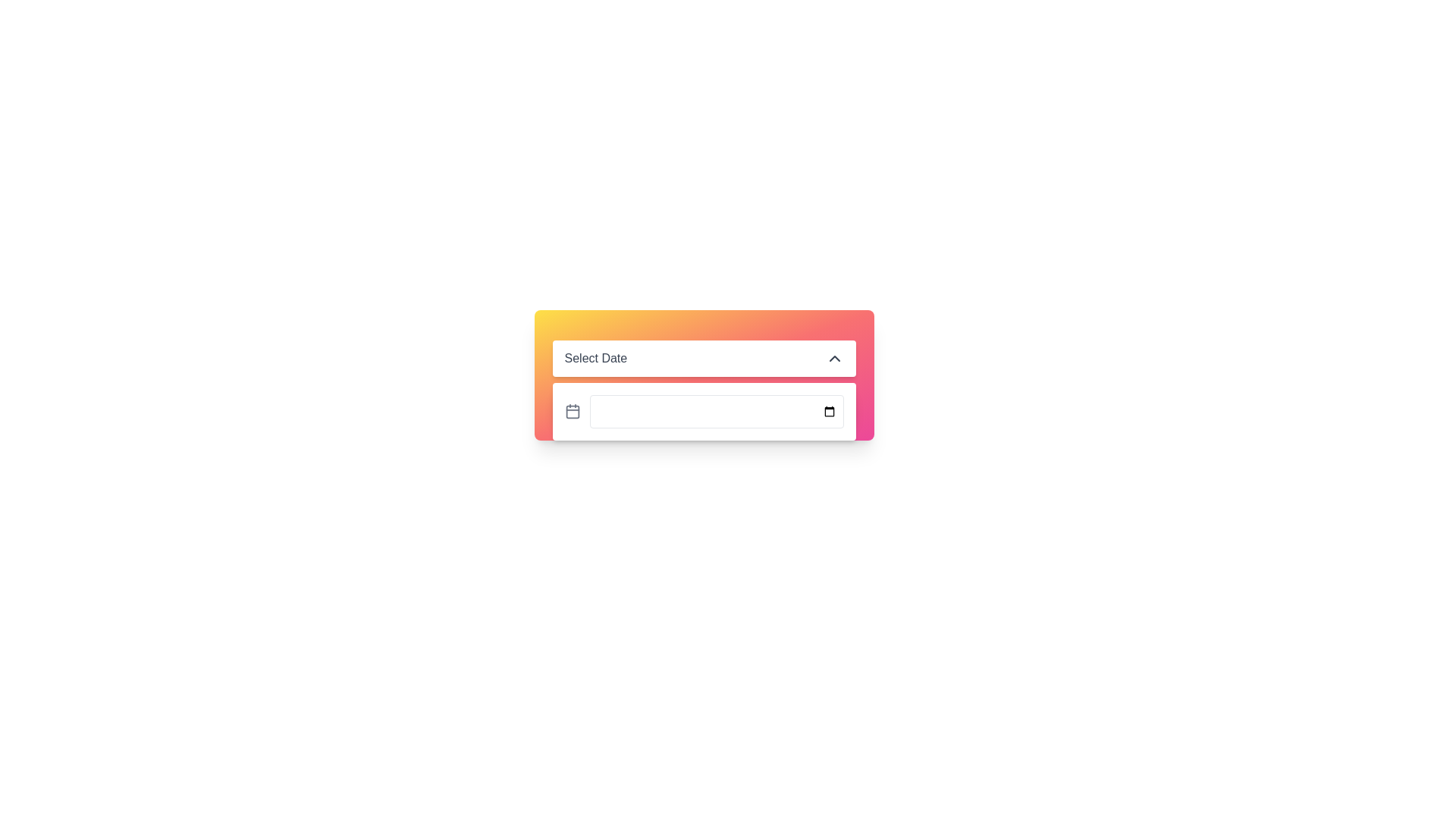  Describe the element at coordinates (716, 412) in the screenshot. I see `a date from the calendar by clicking on the Date Input Field, which is a rectangular input field with rounded corners, positioned centrally in its group alongside a calendar icon on the left and a dropdown icon on the right` at that location.